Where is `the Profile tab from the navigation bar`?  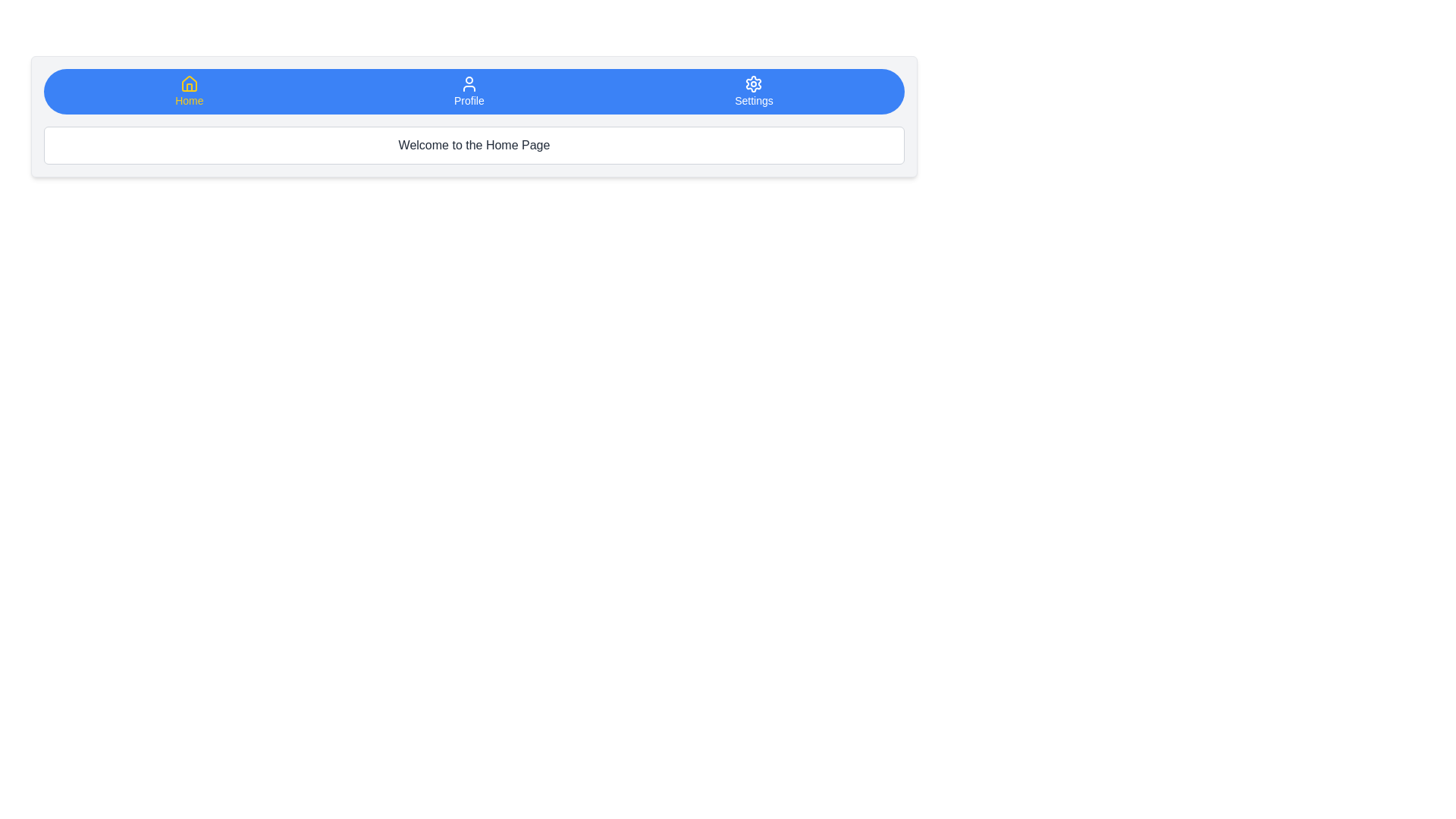 the Profile tab from the navigation bar is located at coordinates (468, 91).